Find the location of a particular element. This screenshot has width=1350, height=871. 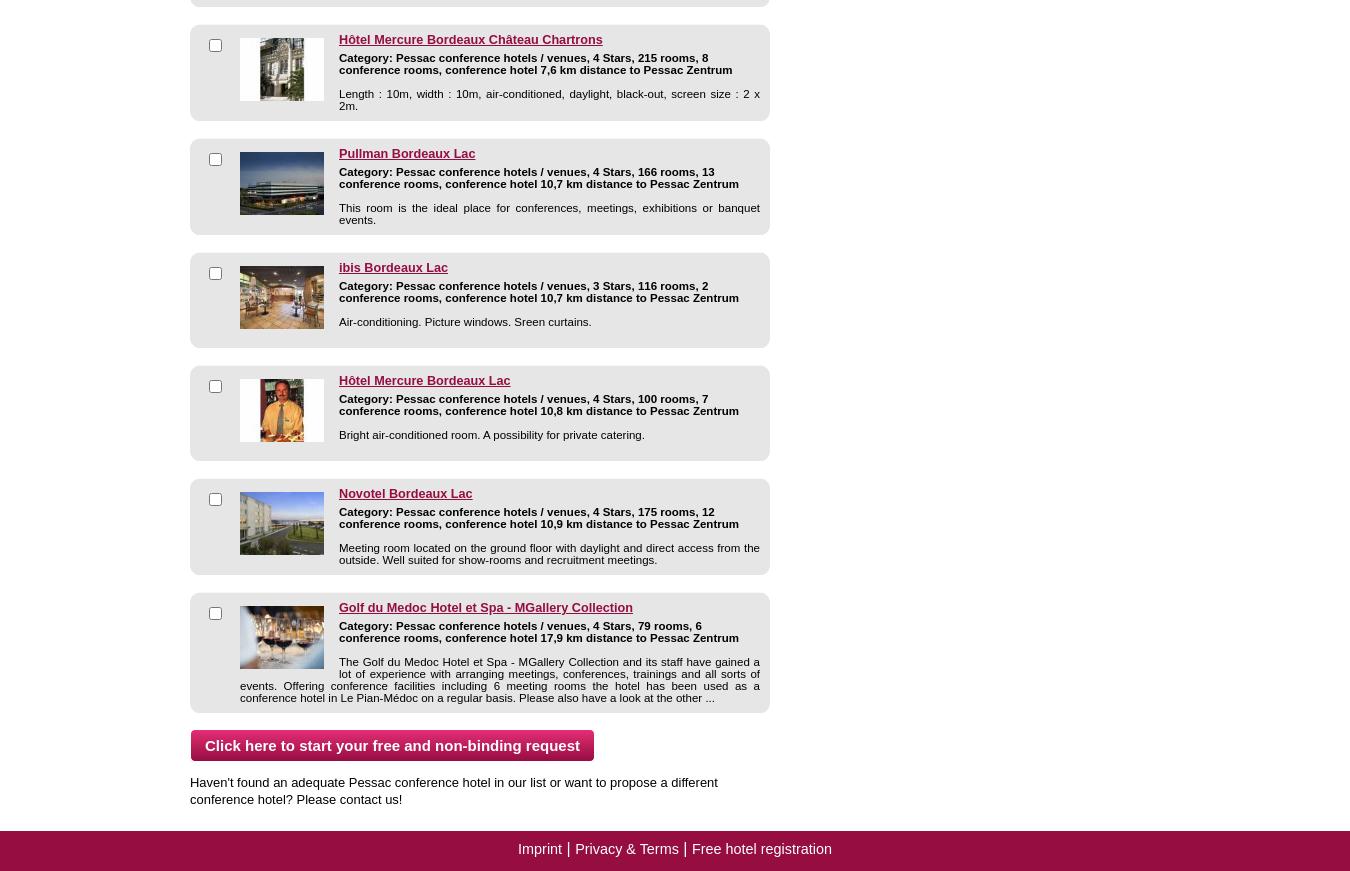

'This room is the ideal place for conferences, meetings, exhibitions or banquet events.' is located at coordinates (548, 214).